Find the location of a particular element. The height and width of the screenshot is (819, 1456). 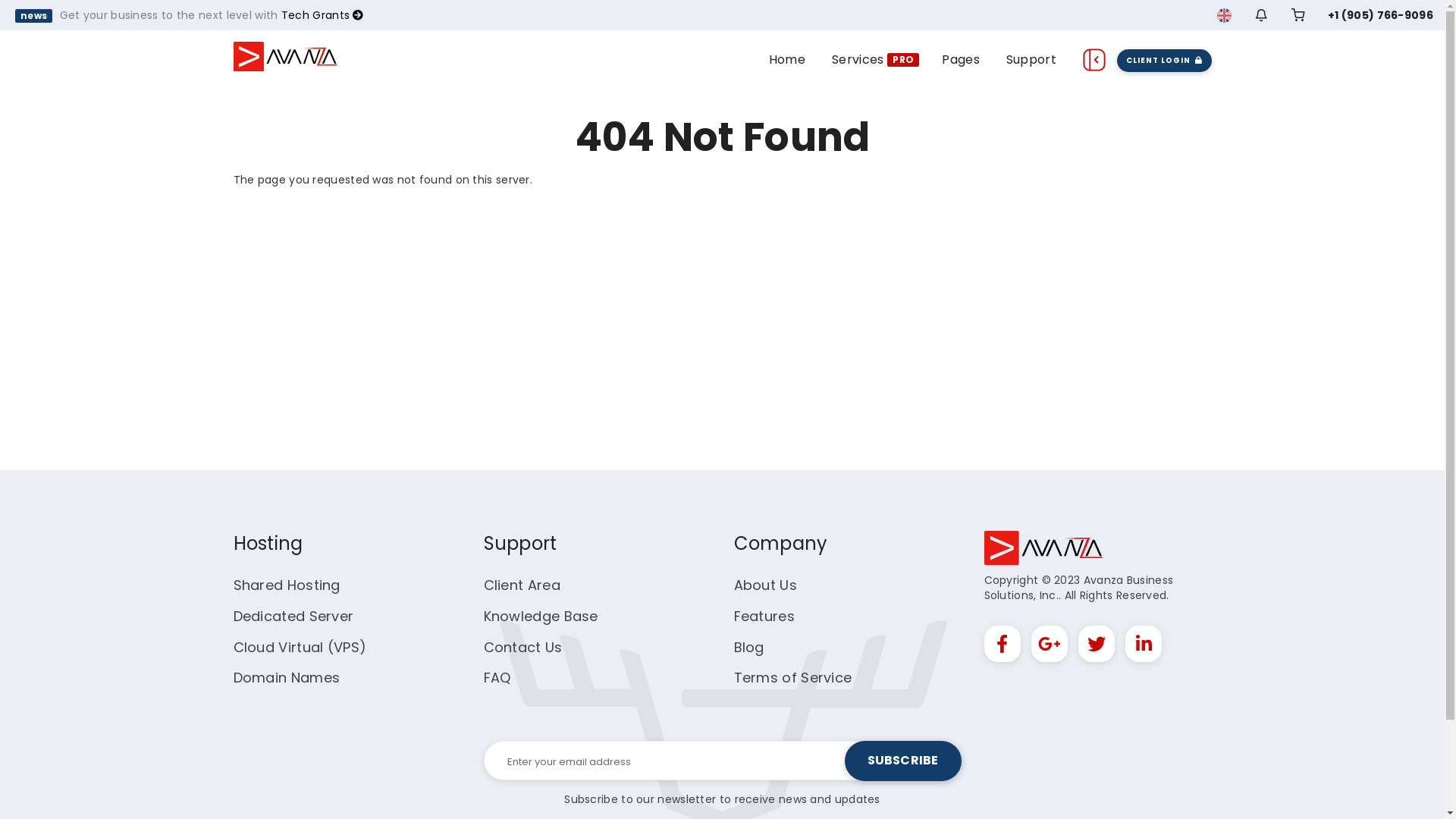

'Support' is located at coordinates (1031, 58).